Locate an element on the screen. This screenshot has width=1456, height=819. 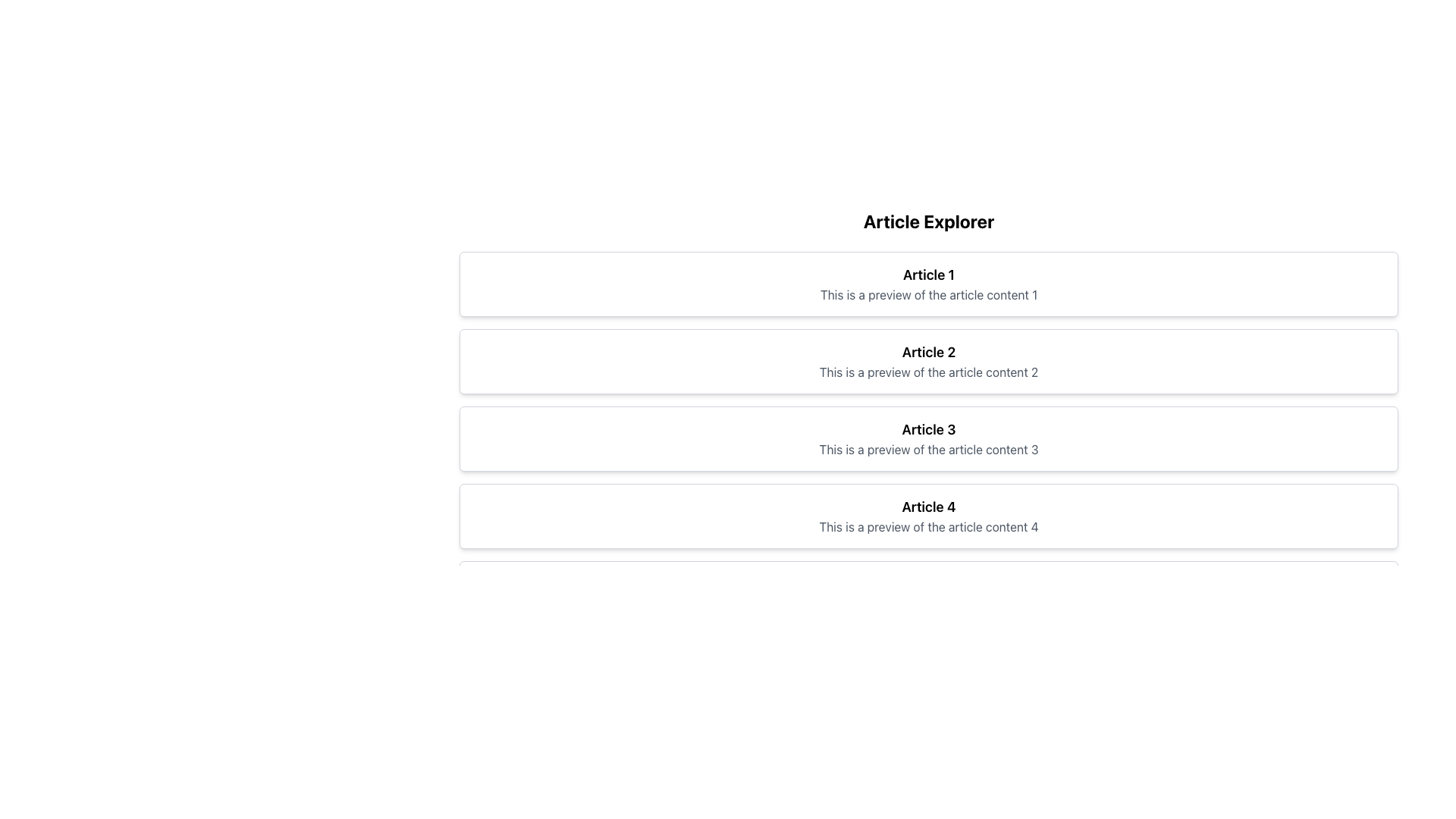
text displayed in the title of the second article located in the article card under 'Article Explorer' is located at coordinates (927, 353).